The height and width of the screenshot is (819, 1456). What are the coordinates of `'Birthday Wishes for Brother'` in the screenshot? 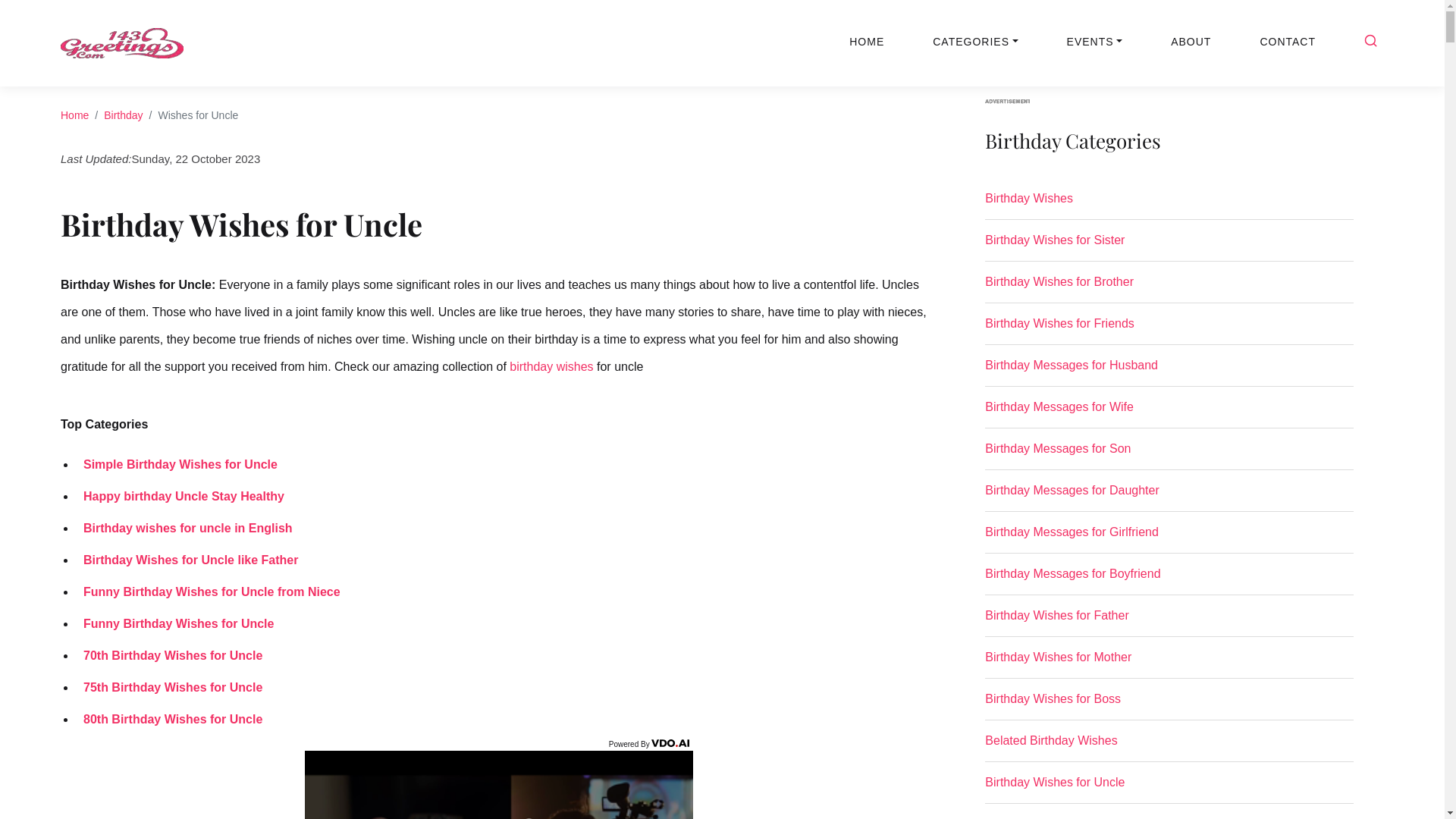 It's located at (985, 288).